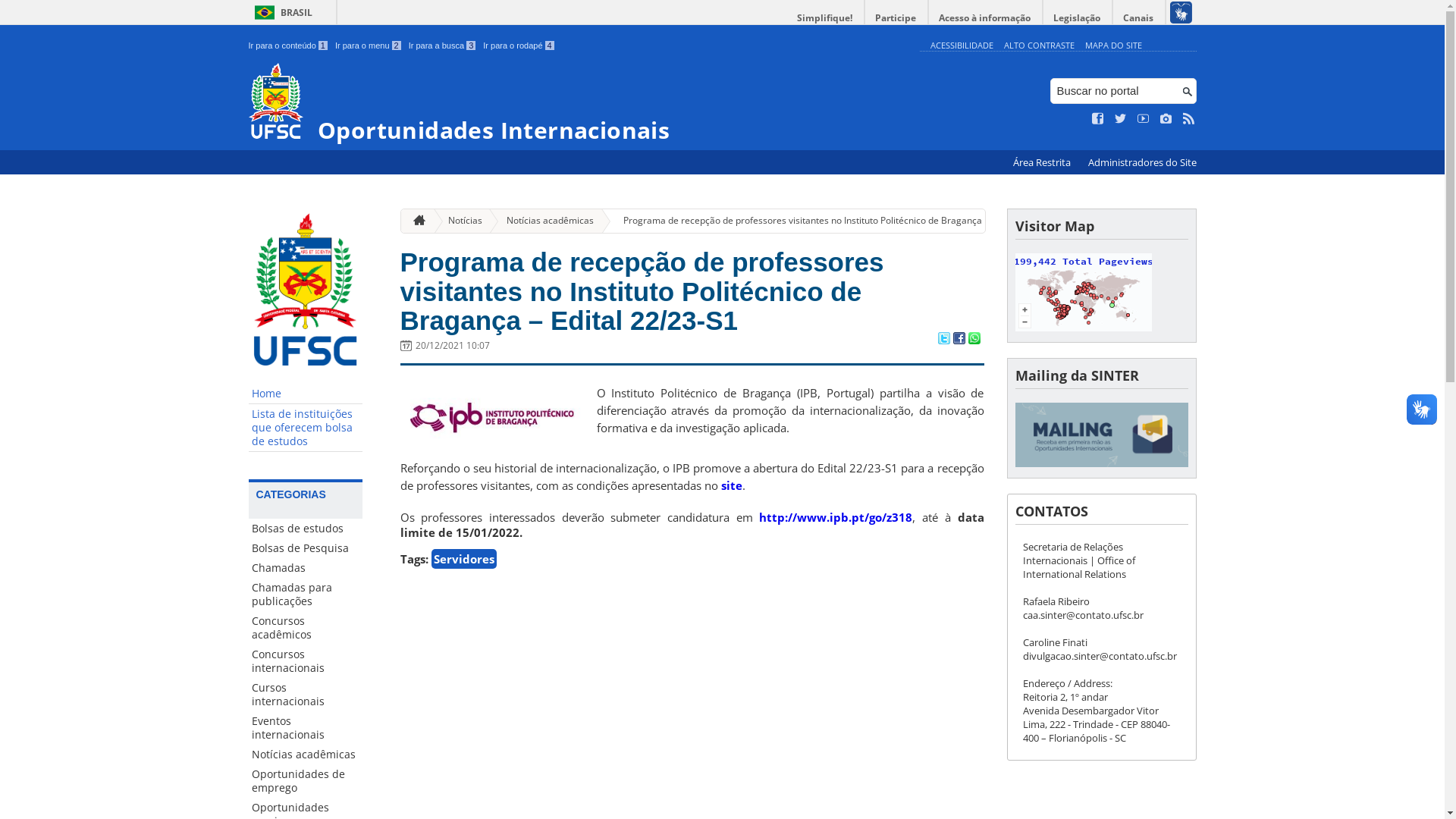 Image resolution: width=1456 pixels, height=819 pixels. I want to click on 'MAPA DO SITE', so click(1112, 44).